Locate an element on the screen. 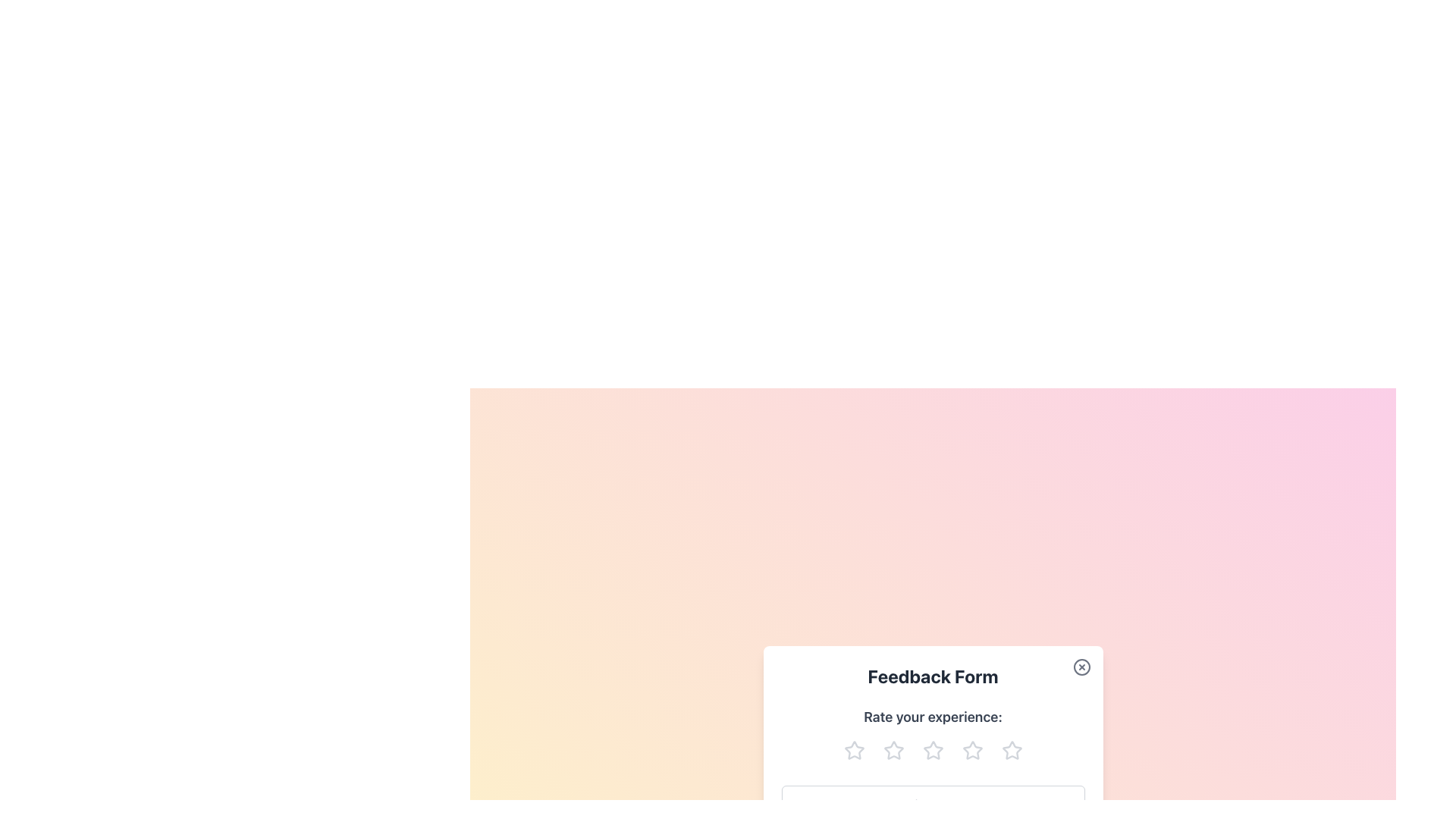 This screenshot has height=819, width=1456. the fourth star in the horizontal row of rating stars within the 'Feedback Form' dialog is located at coordinates (1012, 751).